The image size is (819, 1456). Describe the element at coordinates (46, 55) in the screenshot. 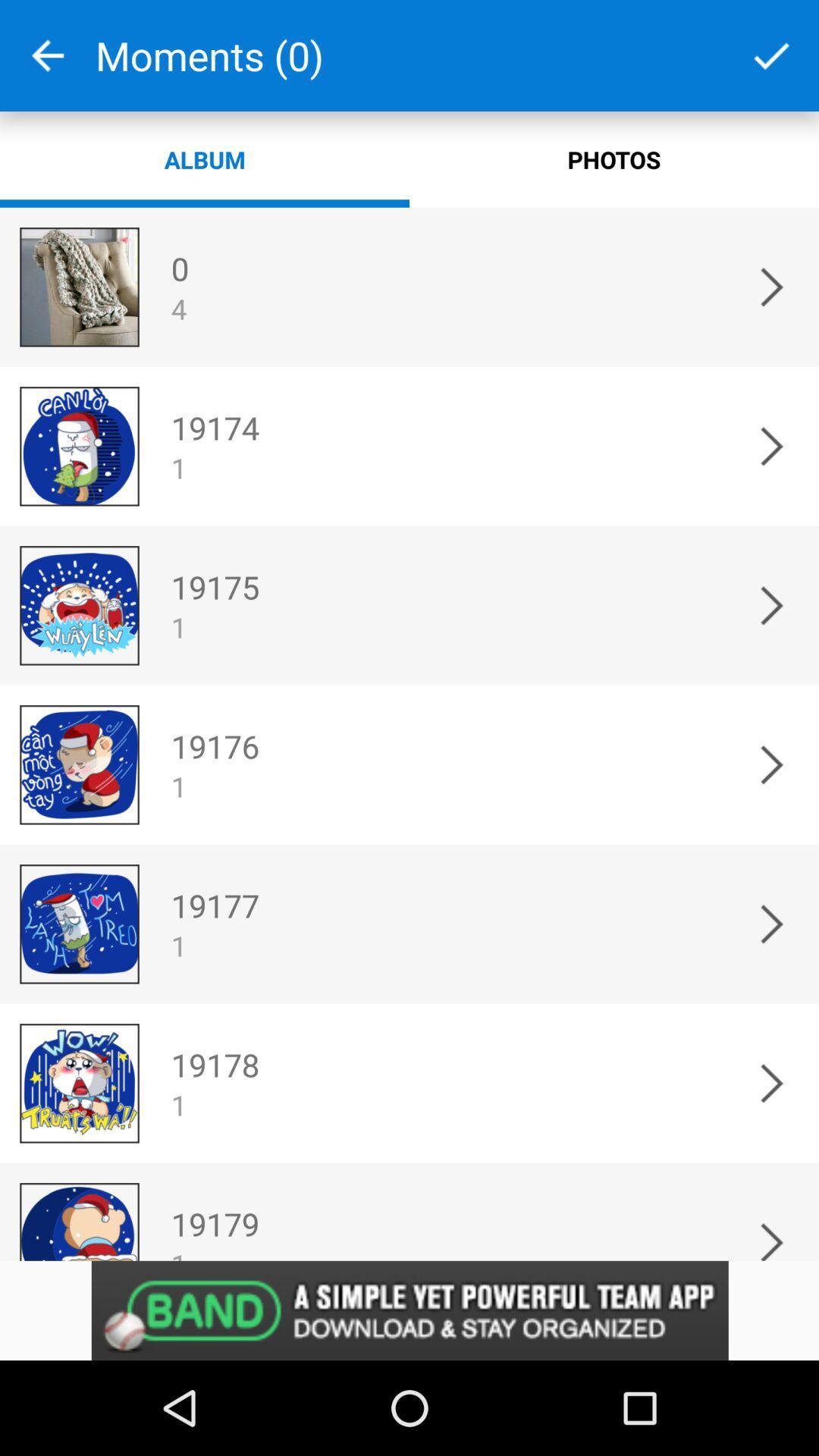

I see `go back` at that location.